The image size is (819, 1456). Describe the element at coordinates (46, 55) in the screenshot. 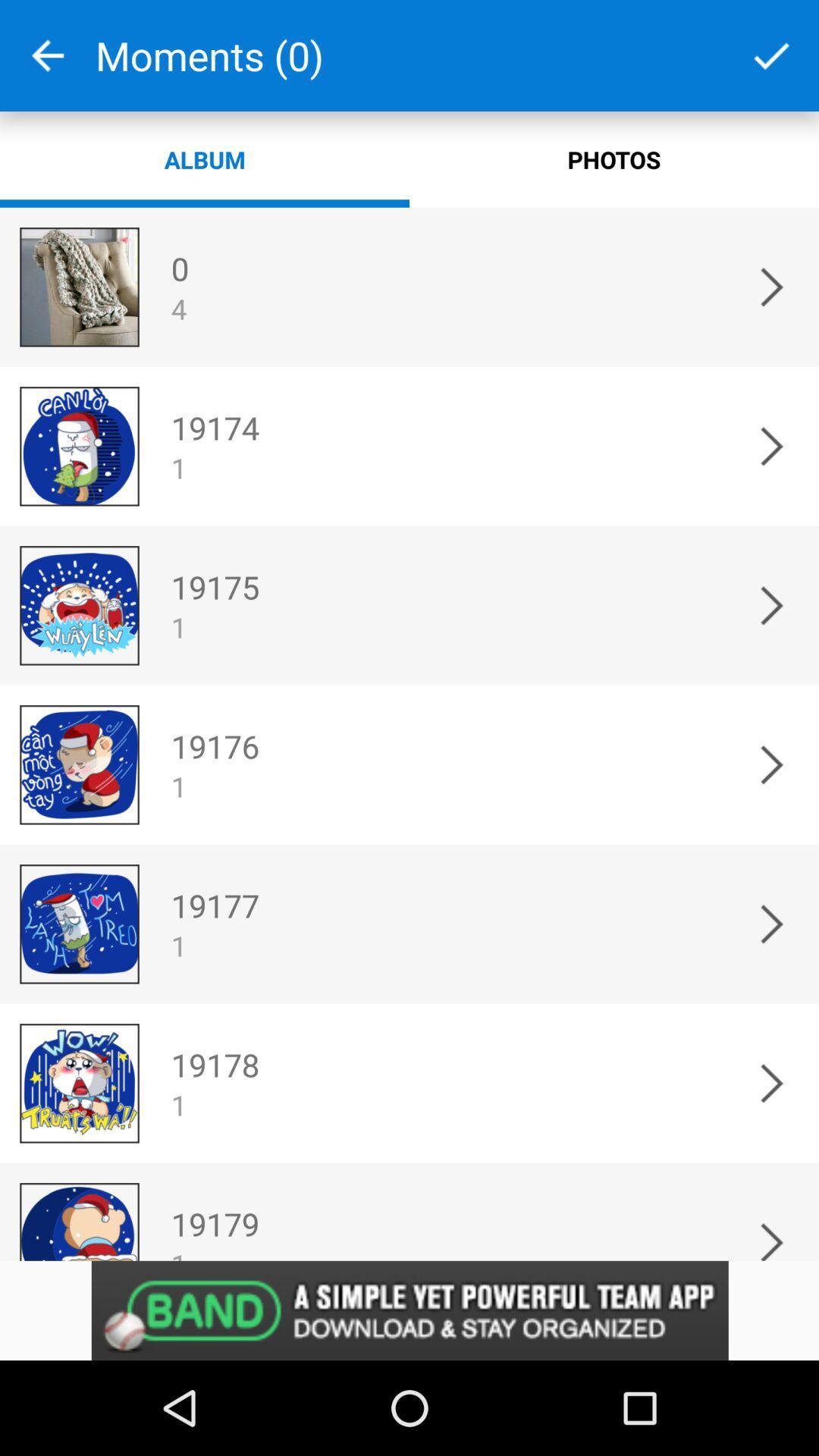

I see `go back` at that location.